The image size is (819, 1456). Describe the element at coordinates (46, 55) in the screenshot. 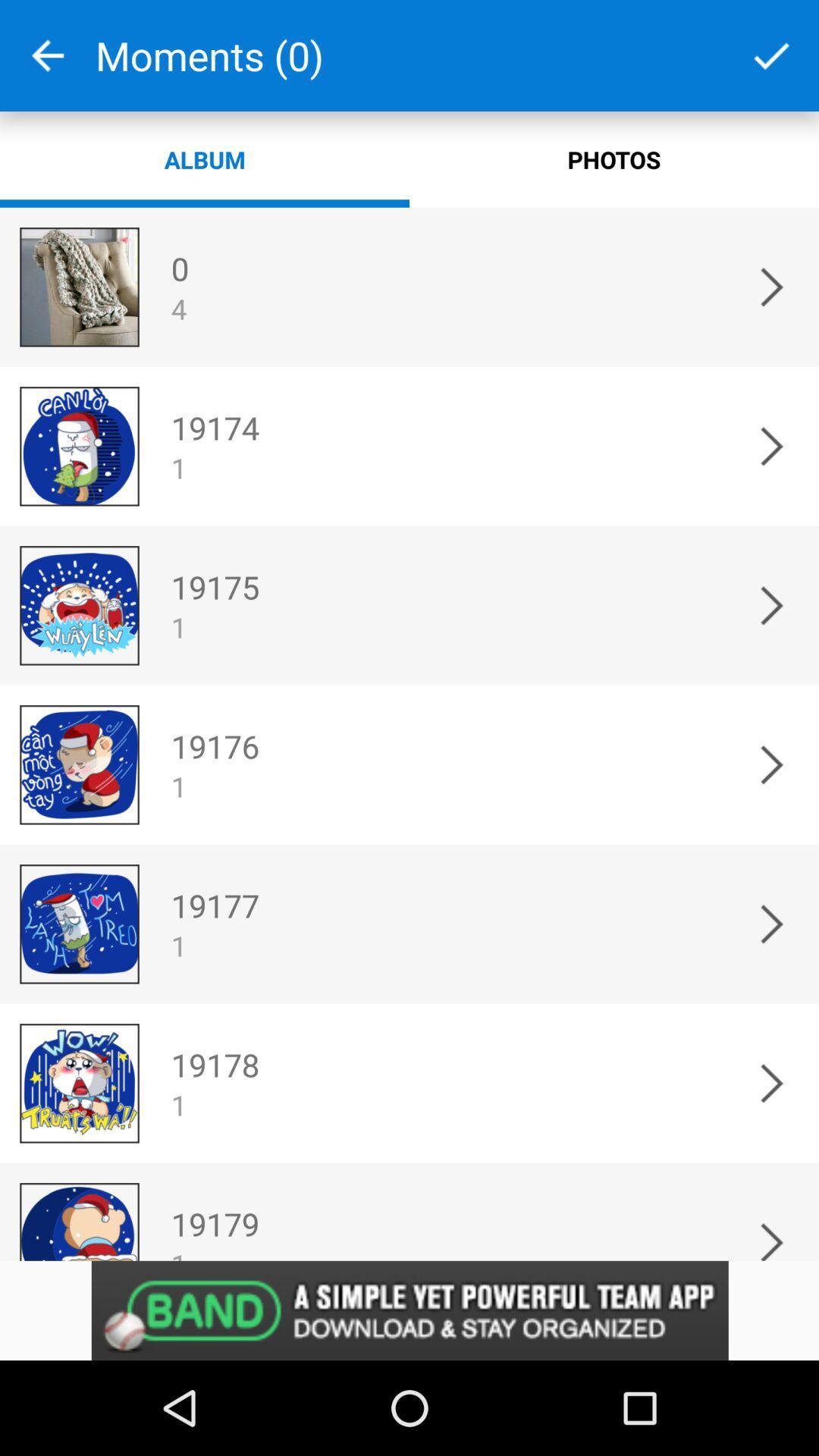

I see `go back` at that location.